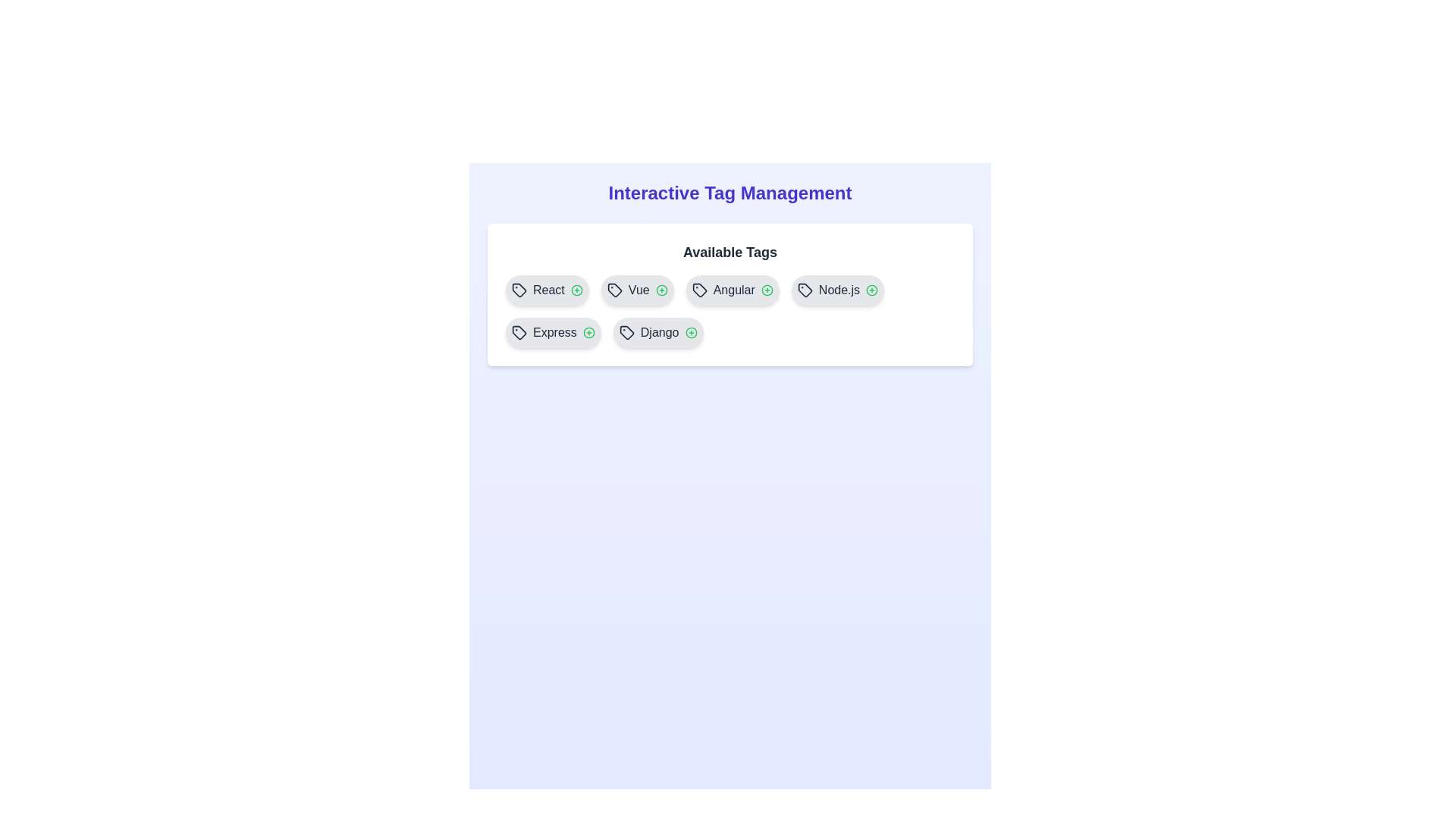 The height and width of the screenshot is (819, 1456). What do you see at coordinates (552, 332) in the screenshot?
I see `the 'Express' button, which is the first element in the second row of a horizontal list of selectable tags` at bounding box center [552, 332].